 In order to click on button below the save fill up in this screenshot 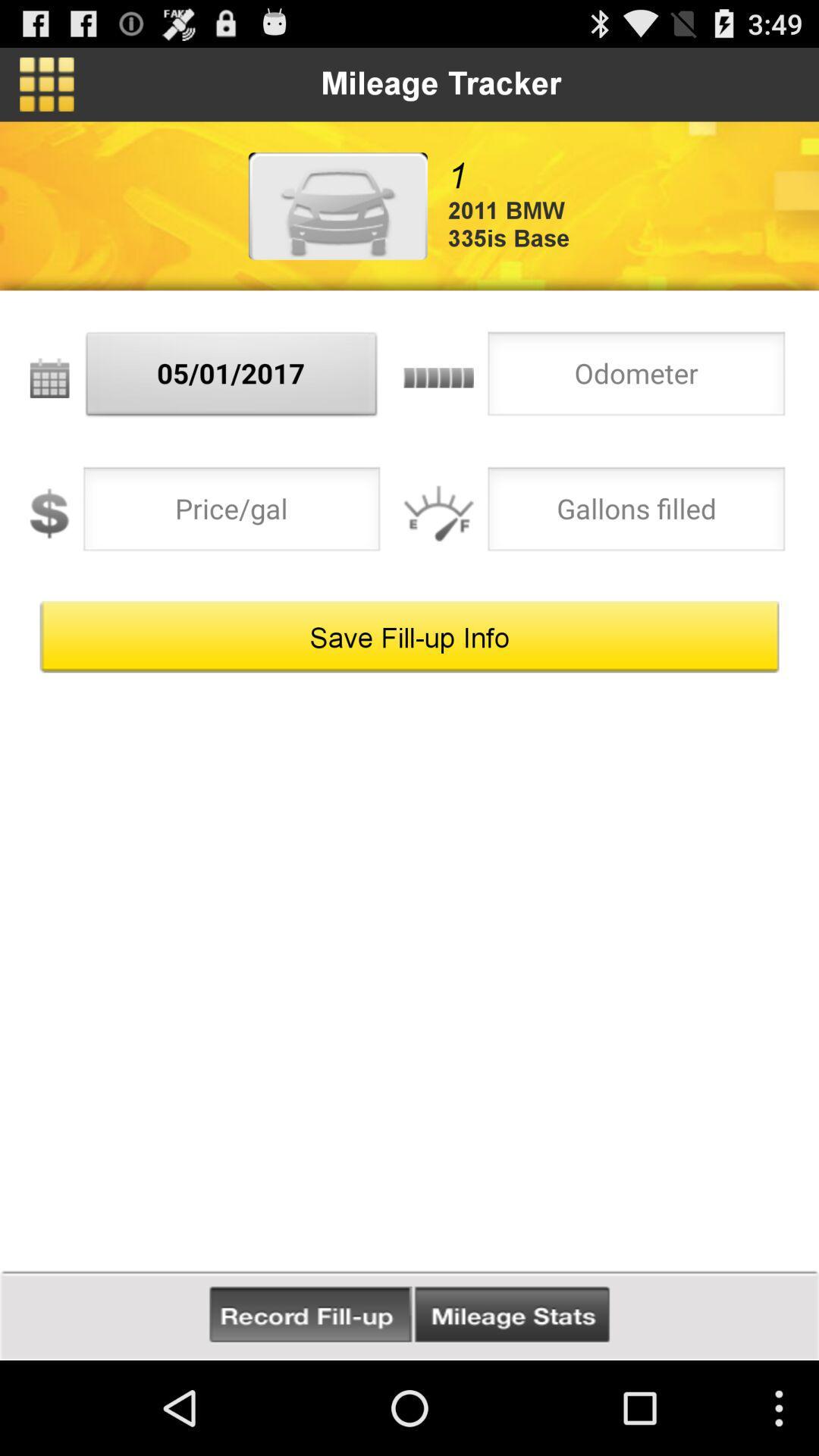, I will do `click(512, 1314)`.